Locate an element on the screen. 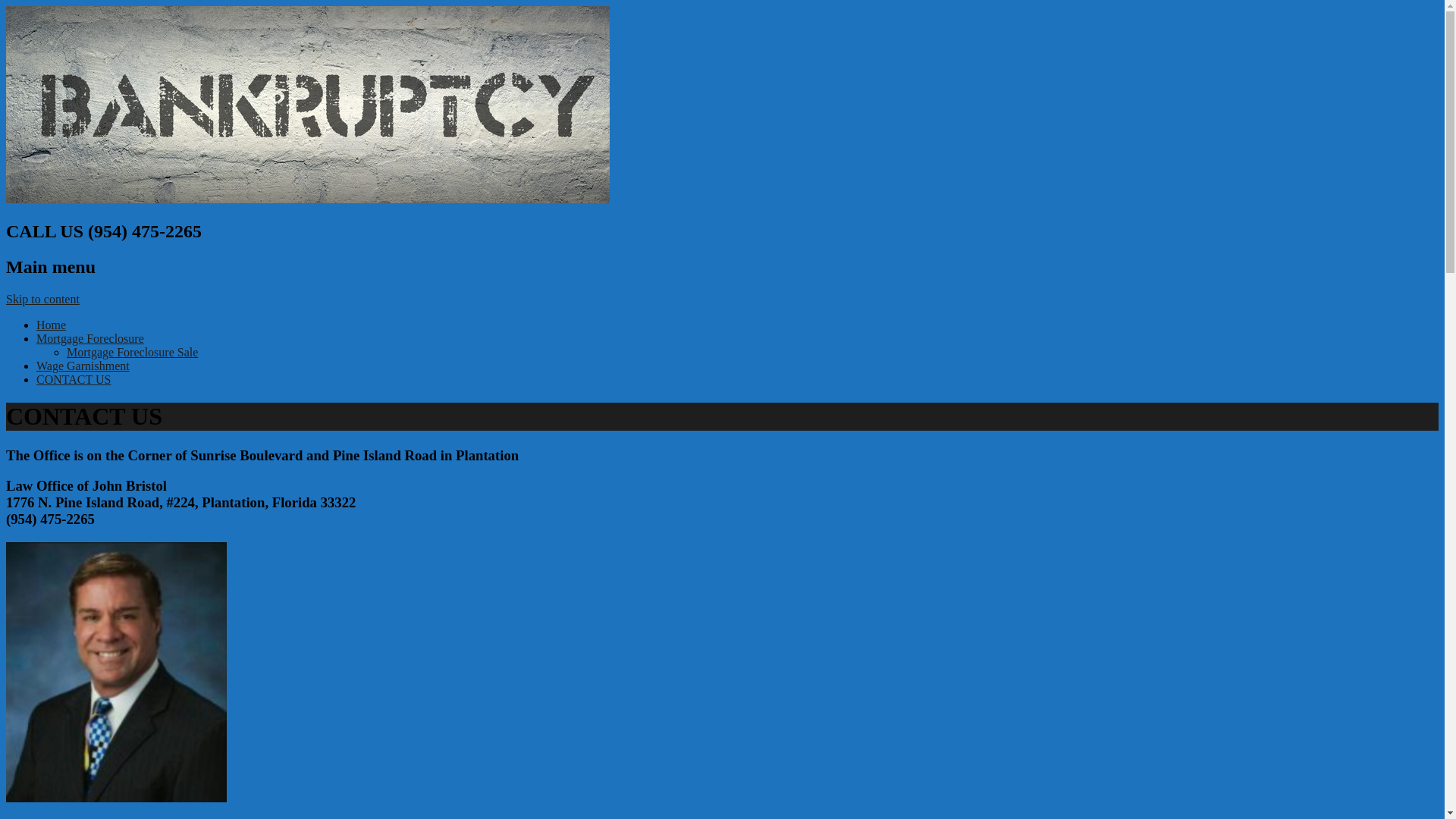 The height and width of the screenshot is (819, 1456). 'Skip to content' is located at coordinates (42, 299).